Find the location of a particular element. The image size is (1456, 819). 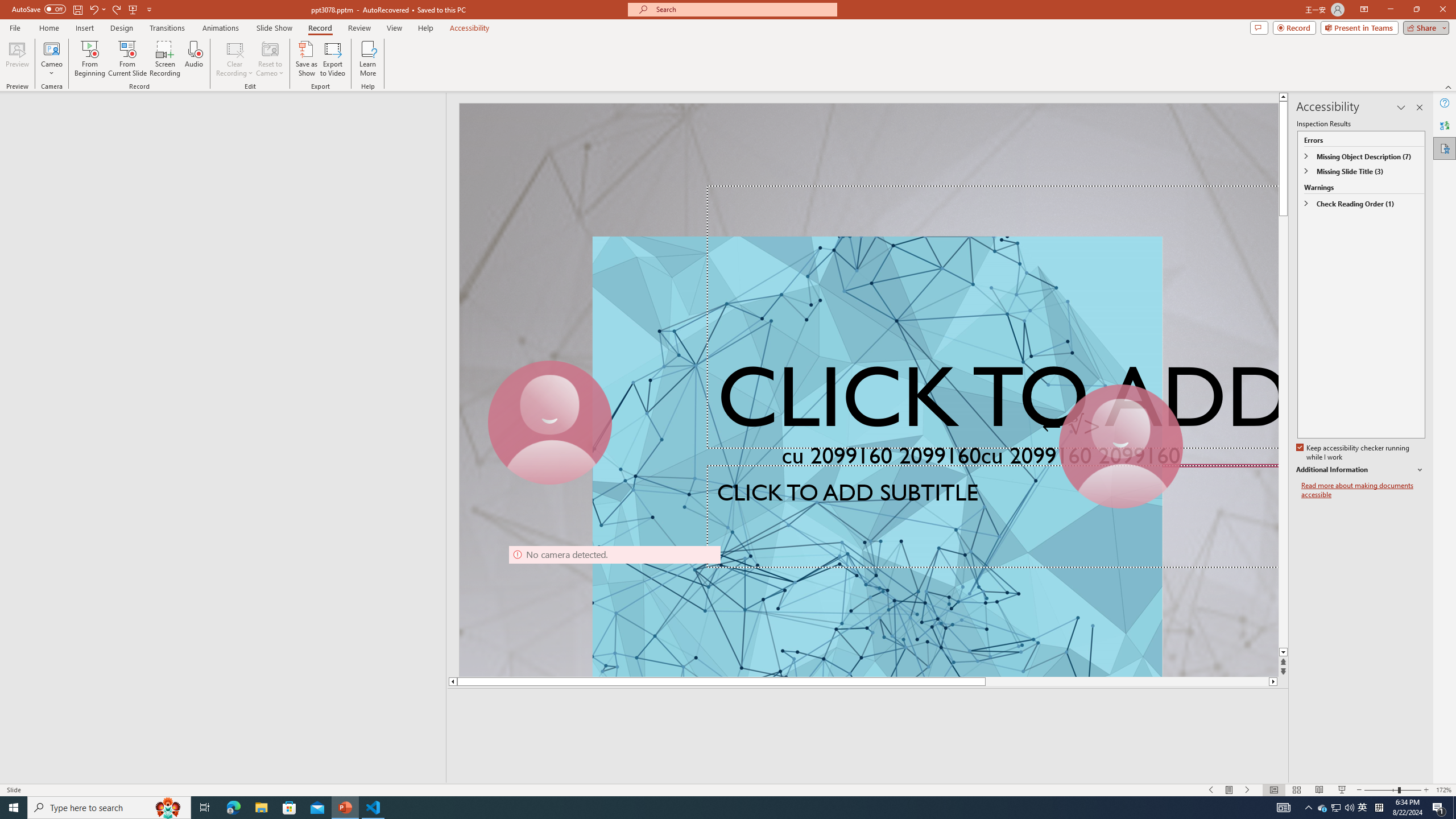

'Outline' is located at coordinates (227, 115).